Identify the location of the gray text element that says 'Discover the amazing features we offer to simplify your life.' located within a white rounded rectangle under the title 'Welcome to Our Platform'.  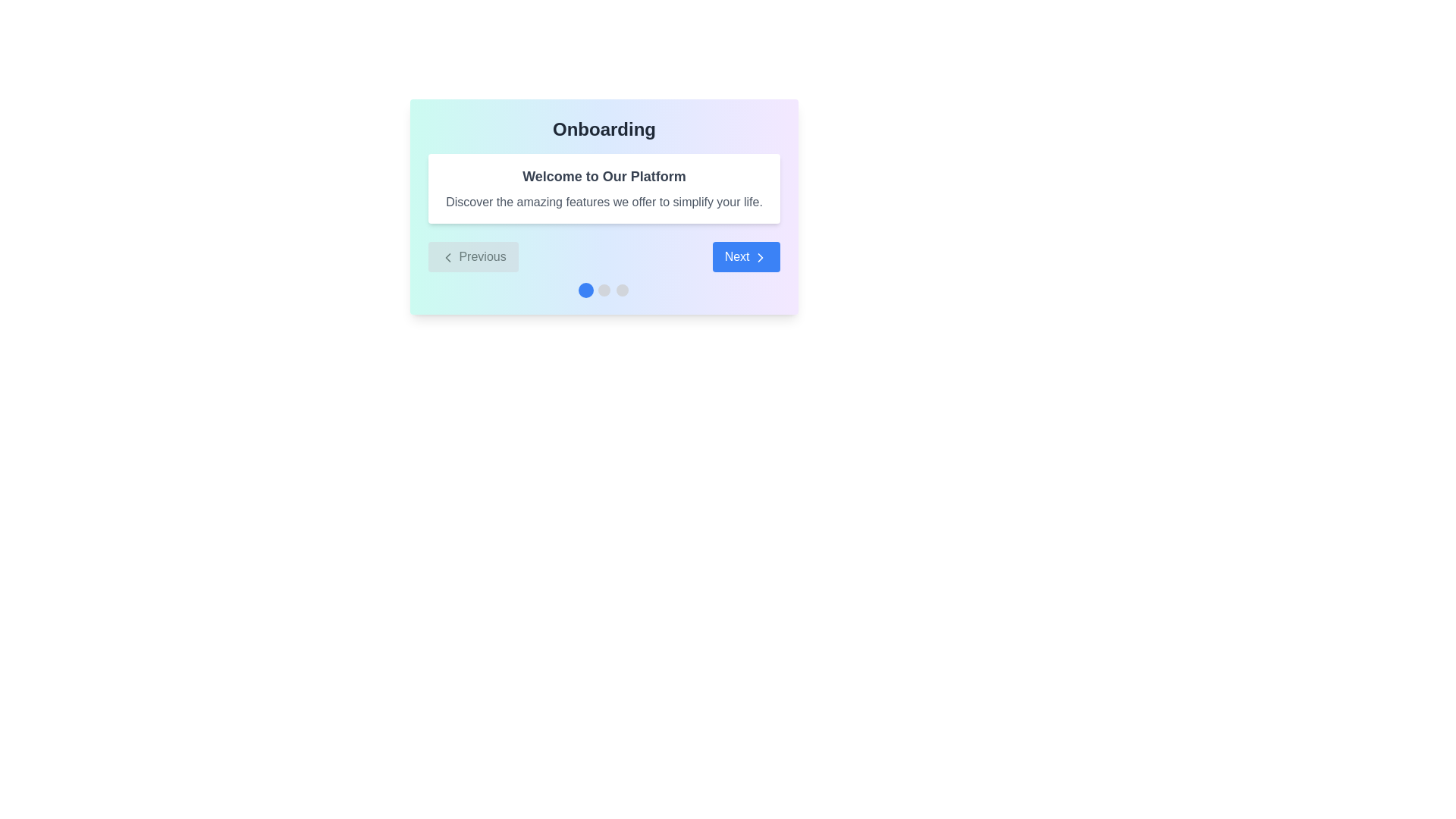
(603, 201).